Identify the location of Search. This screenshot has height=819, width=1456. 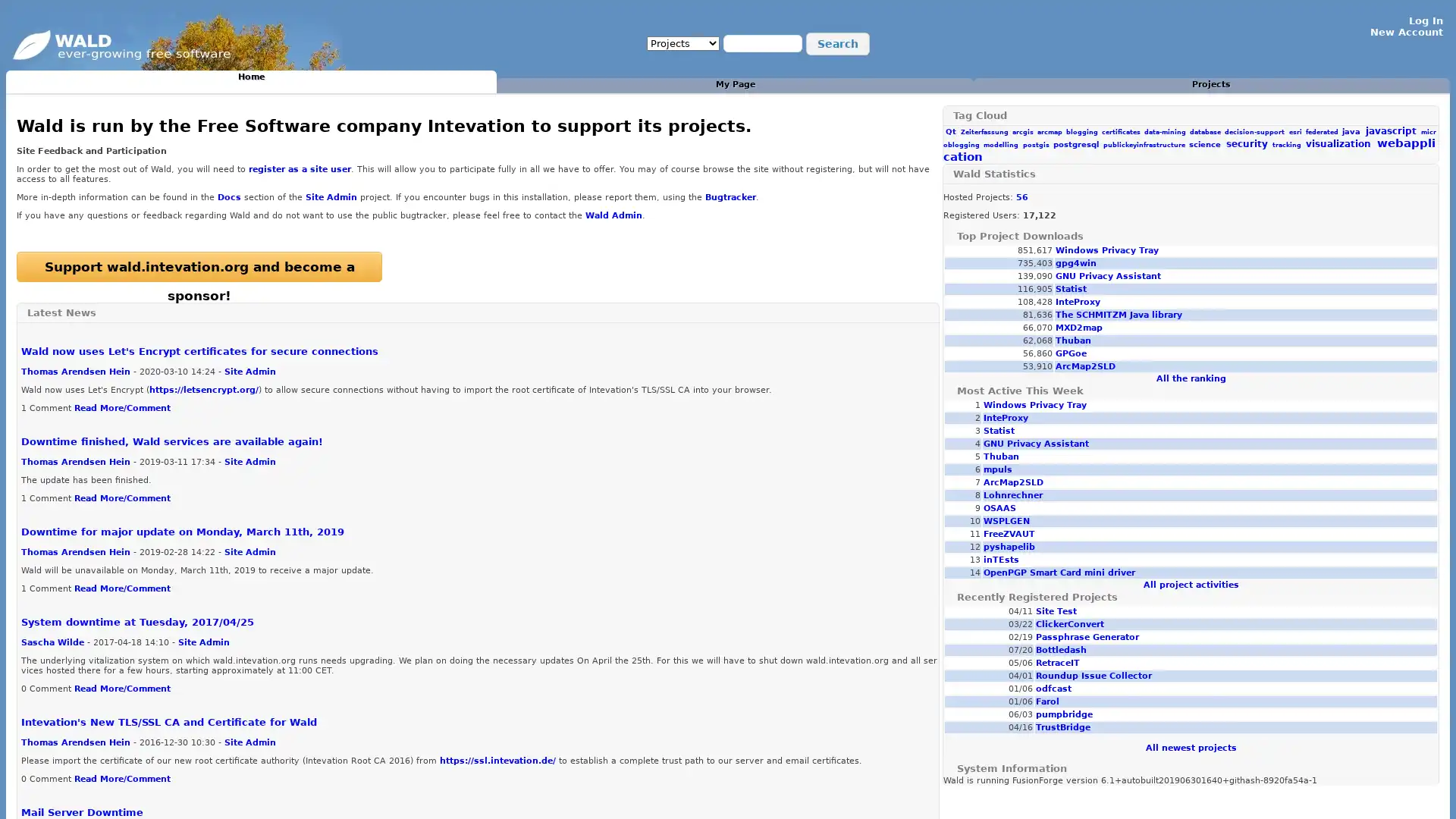
(836, 42).